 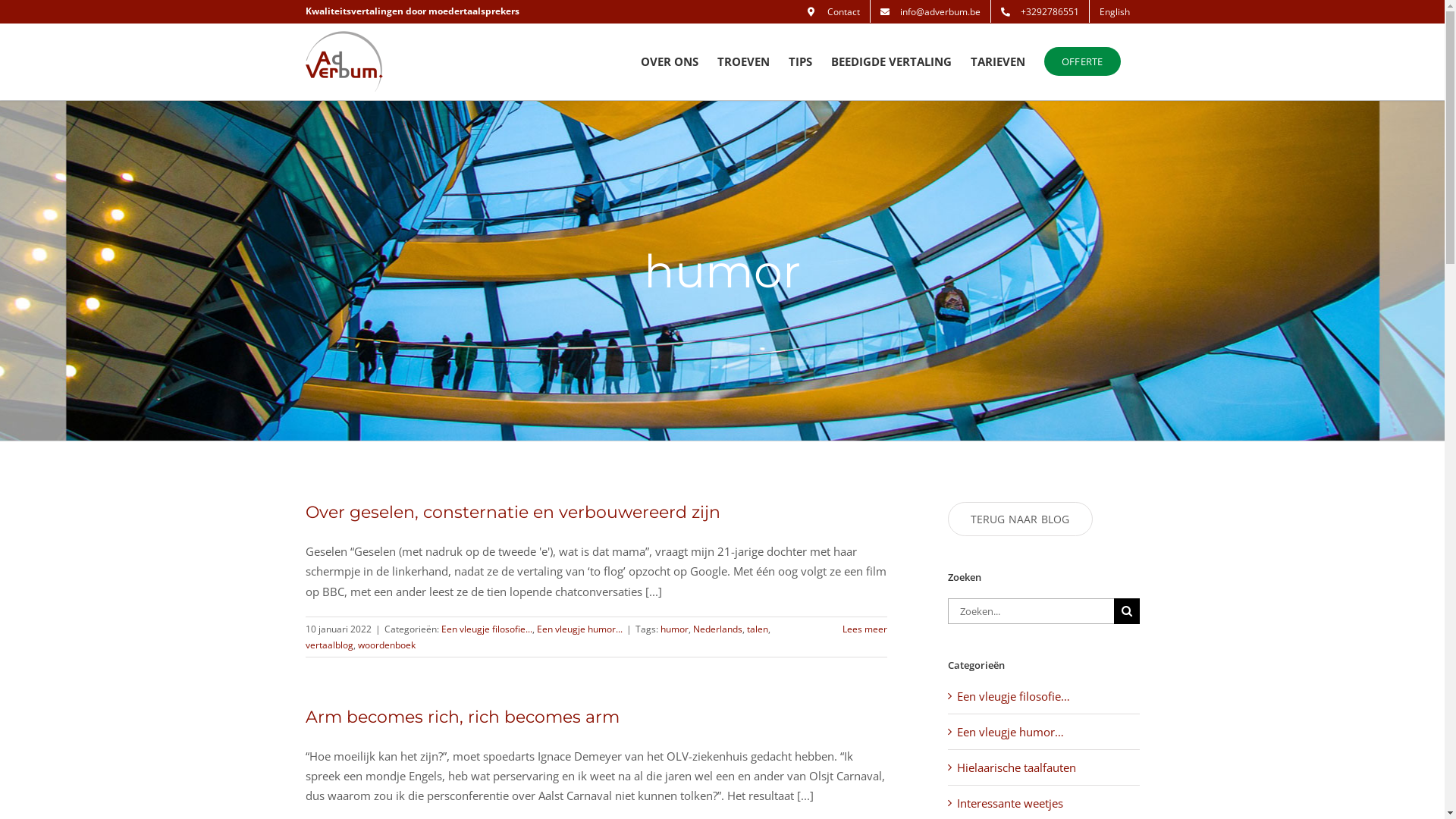 I want to click on 'TERUG NAAR BLOG', so click(x=1020, y=518).